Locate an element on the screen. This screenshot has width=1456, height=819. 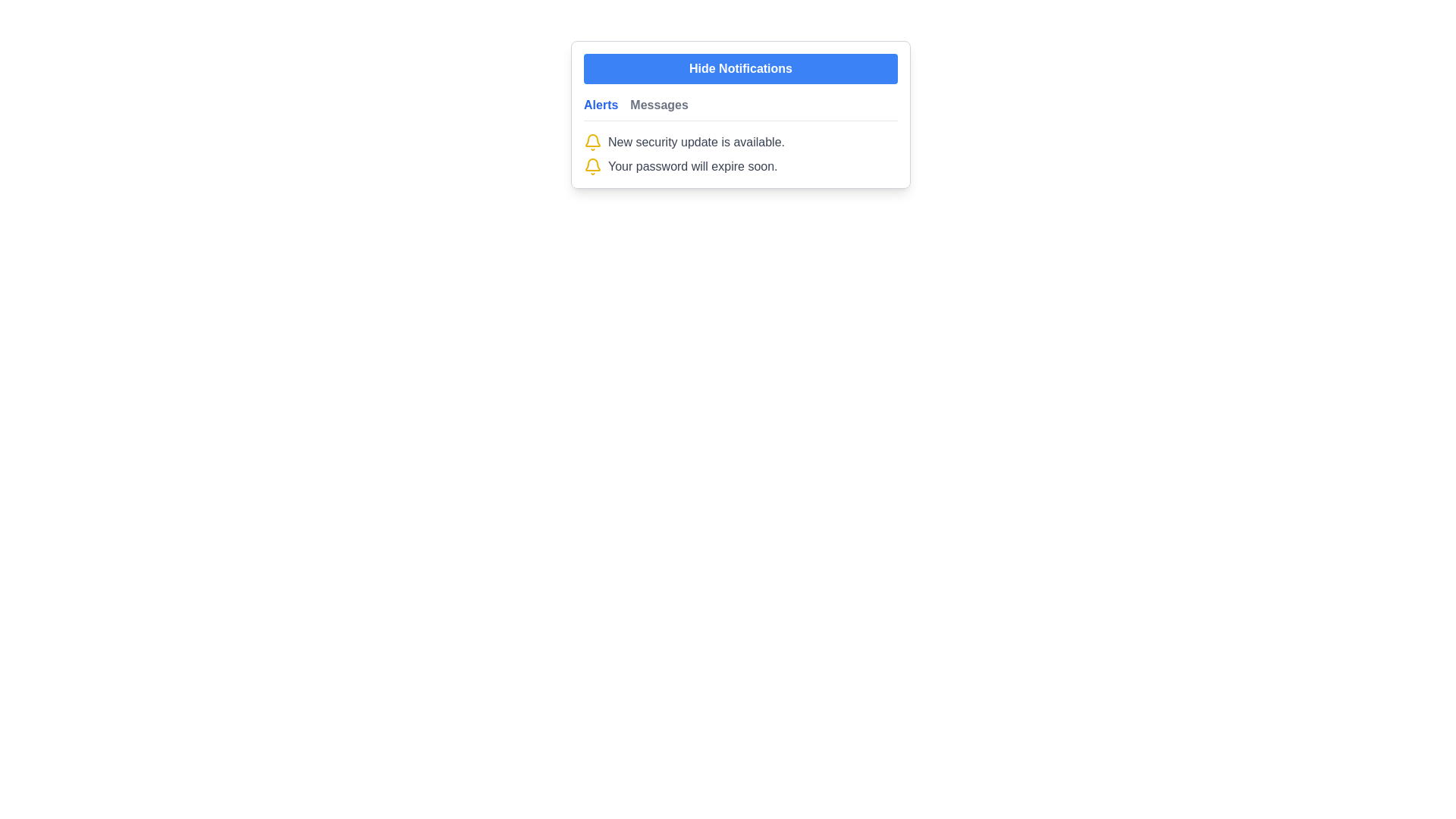
the blue rectangular button with rounded edges that has white bold text reading 'Hide Notifications' is located at coordinates (741, 69).